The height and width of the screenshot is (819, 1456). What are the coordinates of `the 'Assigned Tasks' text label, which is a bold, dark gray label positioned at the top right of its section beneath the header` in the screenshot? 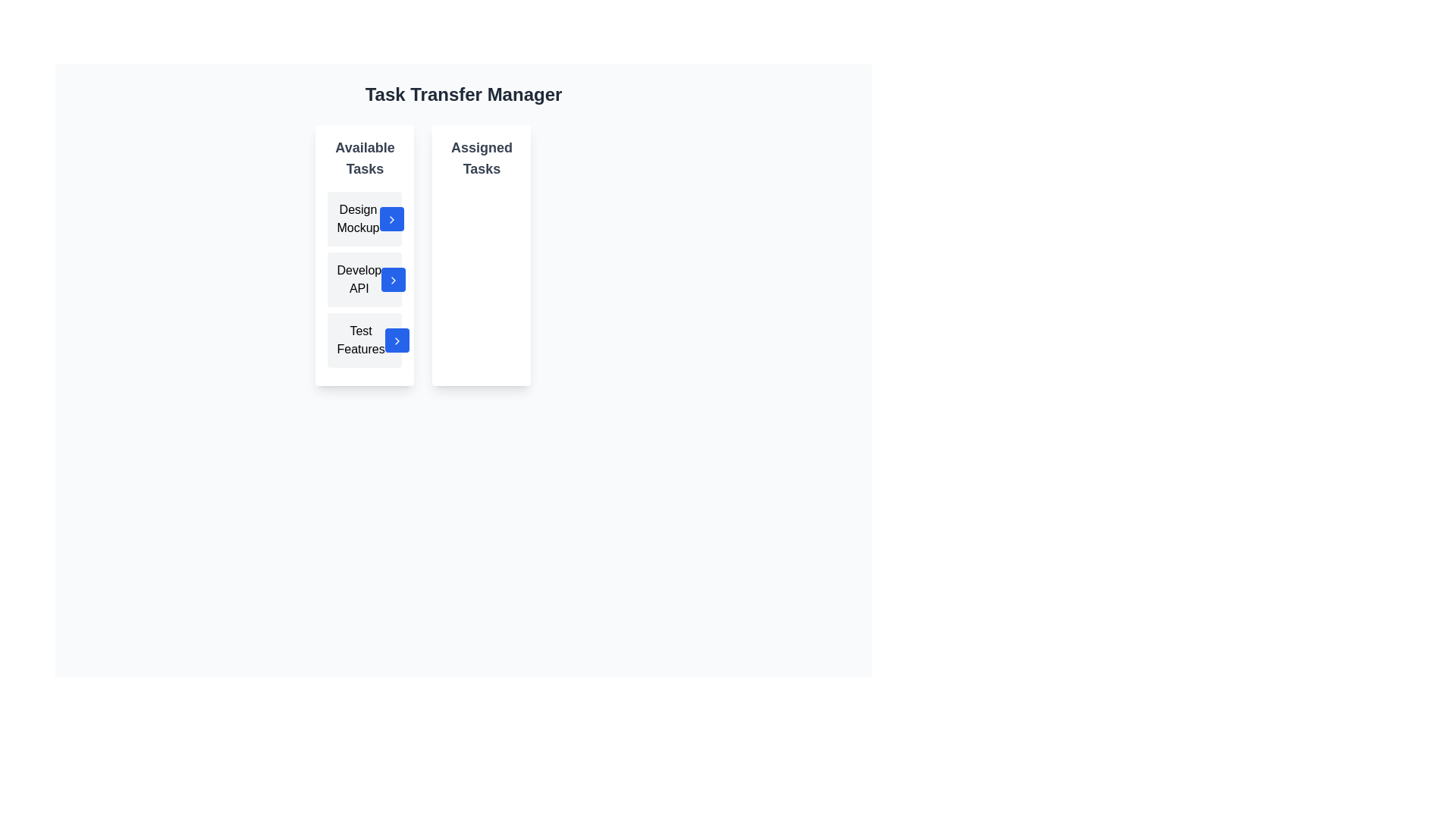 It's located at (481, 158).